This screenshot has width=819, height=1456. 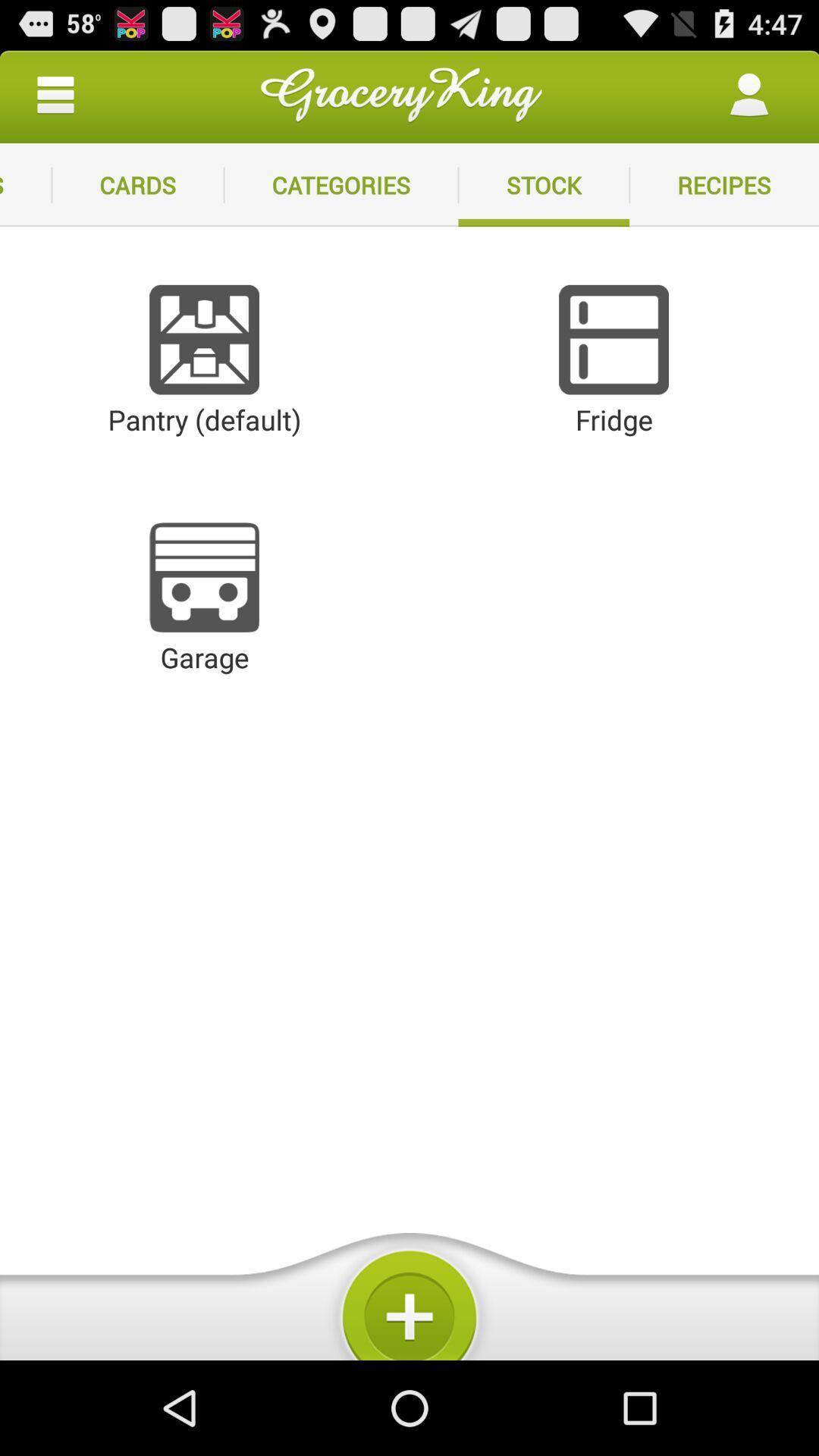 What do you see at coordinates (137, 184) in the screenshot?
I see `item to the right of the lists app` at bounding box center [137, 184].